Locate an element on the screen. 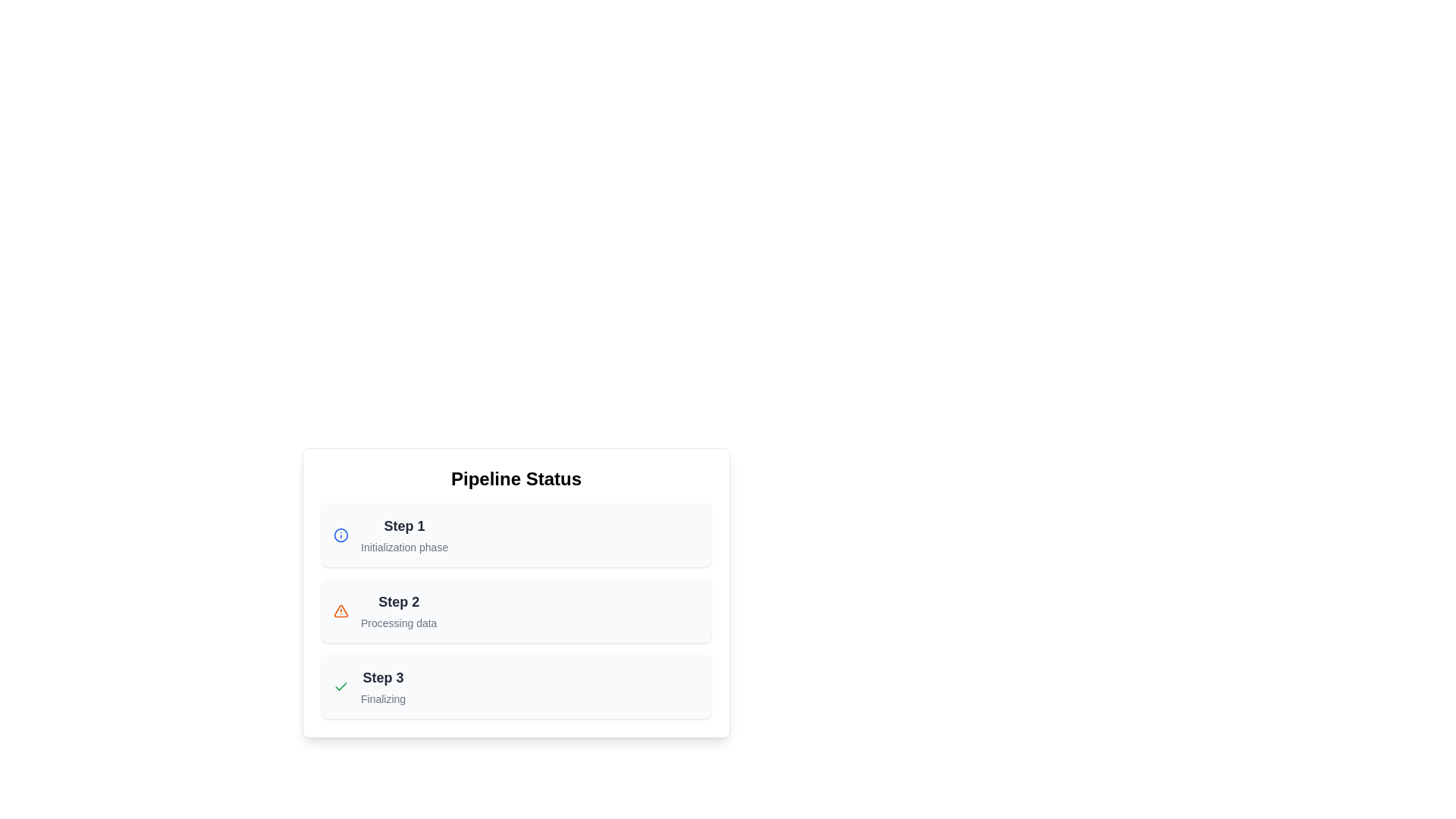 Image resolution: width=1456 pixels, height=819 pixels. the static text label displaying 'Processing data', which is styled in gray and located under 'Step 2' in the pipeline status panel is located at coordinates (399, 623).